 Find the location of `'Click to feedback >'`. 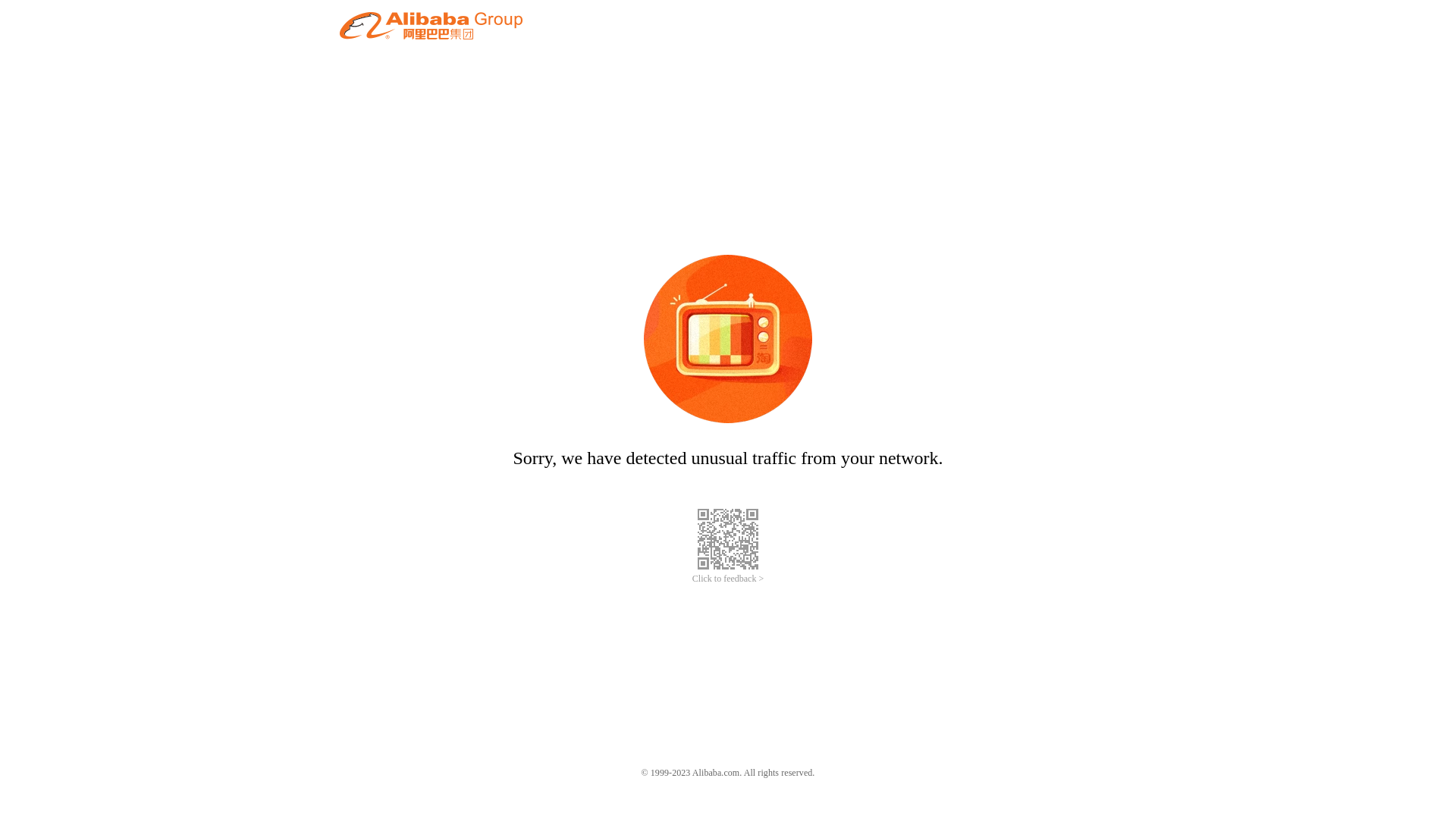

'Click to feedback >' is located at coordinates (691, 579).